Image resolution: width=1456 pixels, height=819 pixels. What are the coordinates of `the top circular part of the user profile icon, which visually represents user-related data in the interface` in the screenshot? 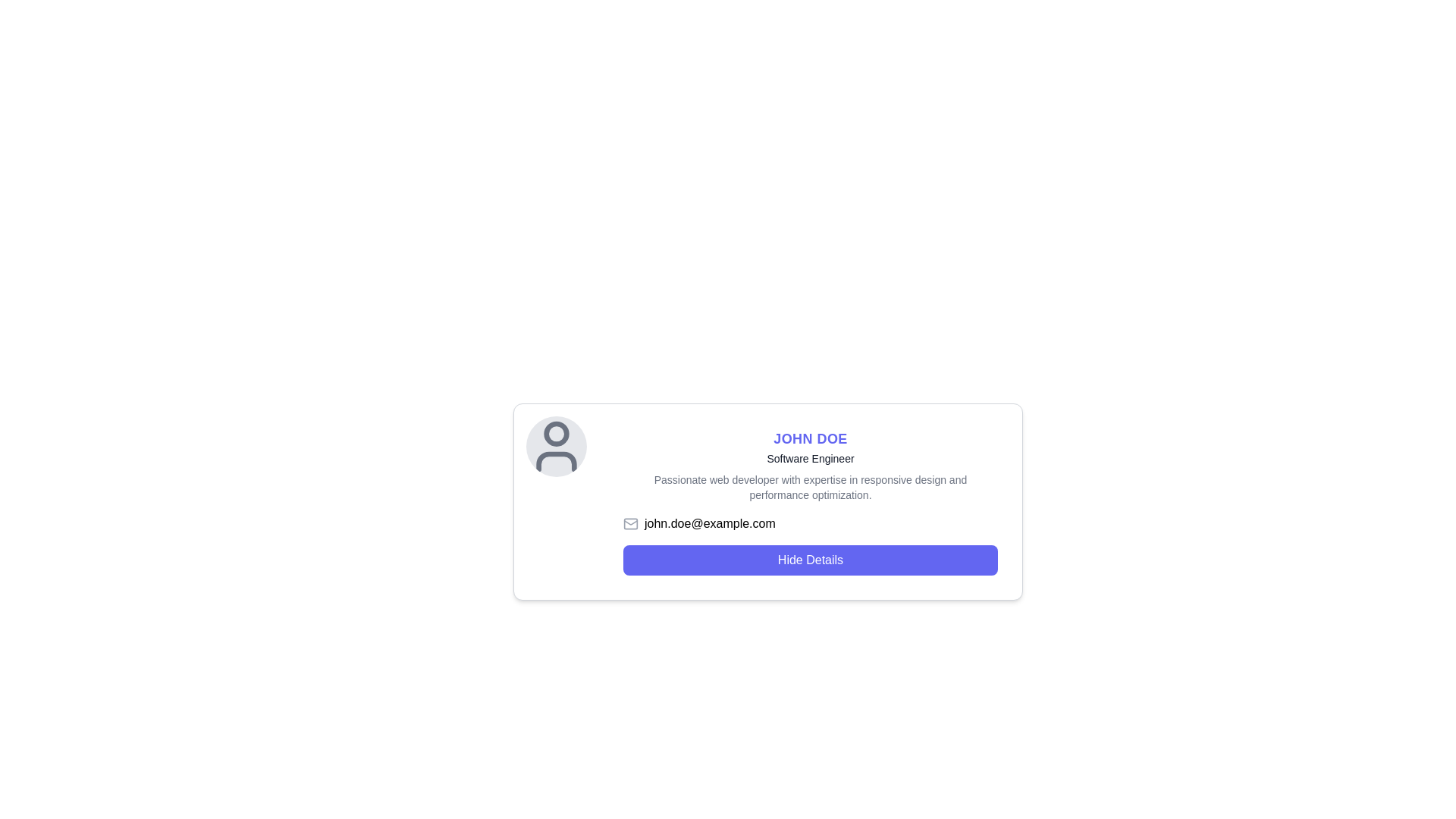 It's located at (556, 433).